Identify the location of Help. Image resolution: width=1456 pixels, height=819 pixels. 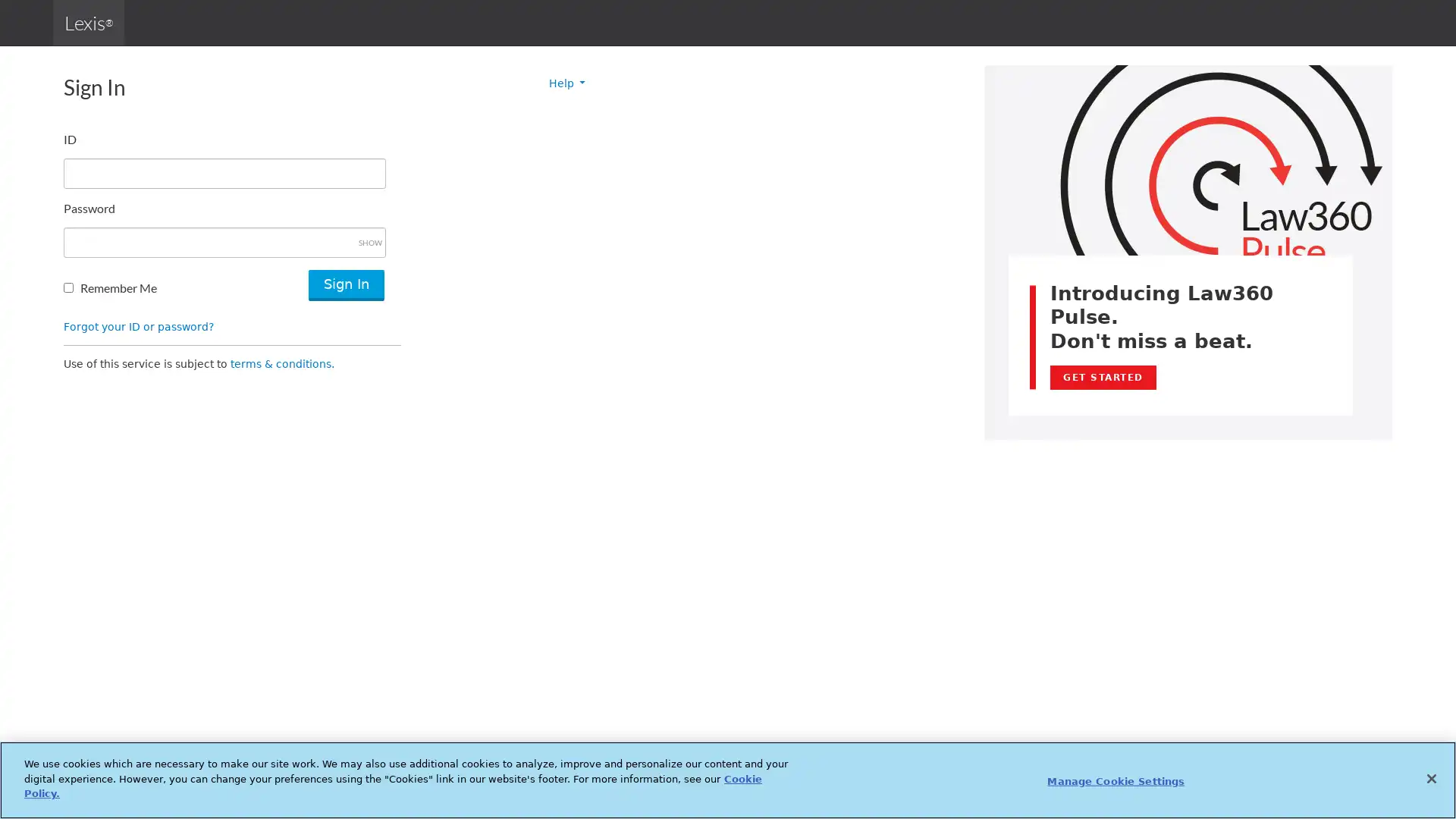
(566, 83).